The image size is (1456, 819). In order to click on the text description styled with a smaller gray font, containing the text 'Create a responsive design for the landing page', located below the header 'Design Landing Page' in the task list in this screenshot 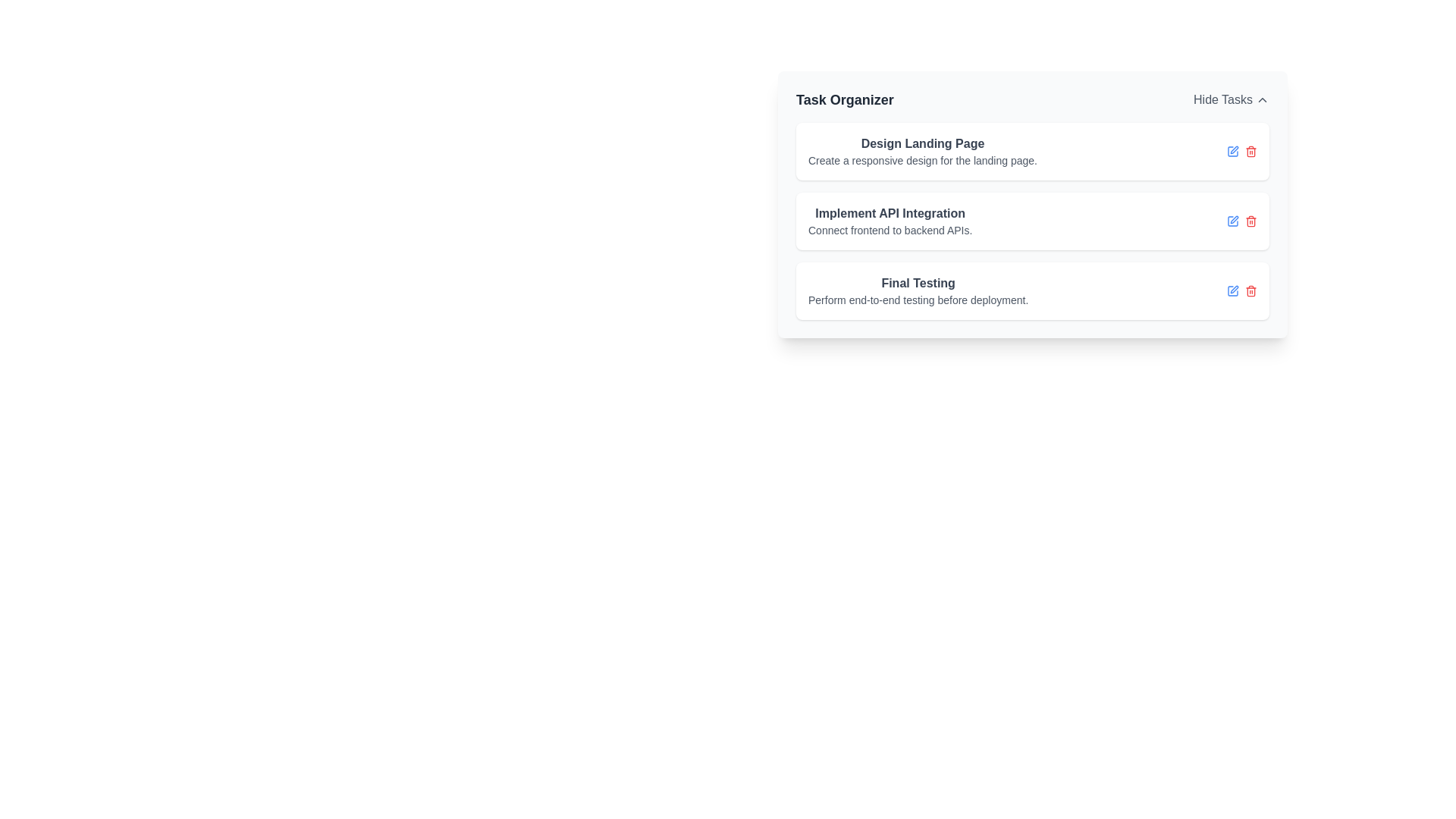, I will do `click(921, 161)`.